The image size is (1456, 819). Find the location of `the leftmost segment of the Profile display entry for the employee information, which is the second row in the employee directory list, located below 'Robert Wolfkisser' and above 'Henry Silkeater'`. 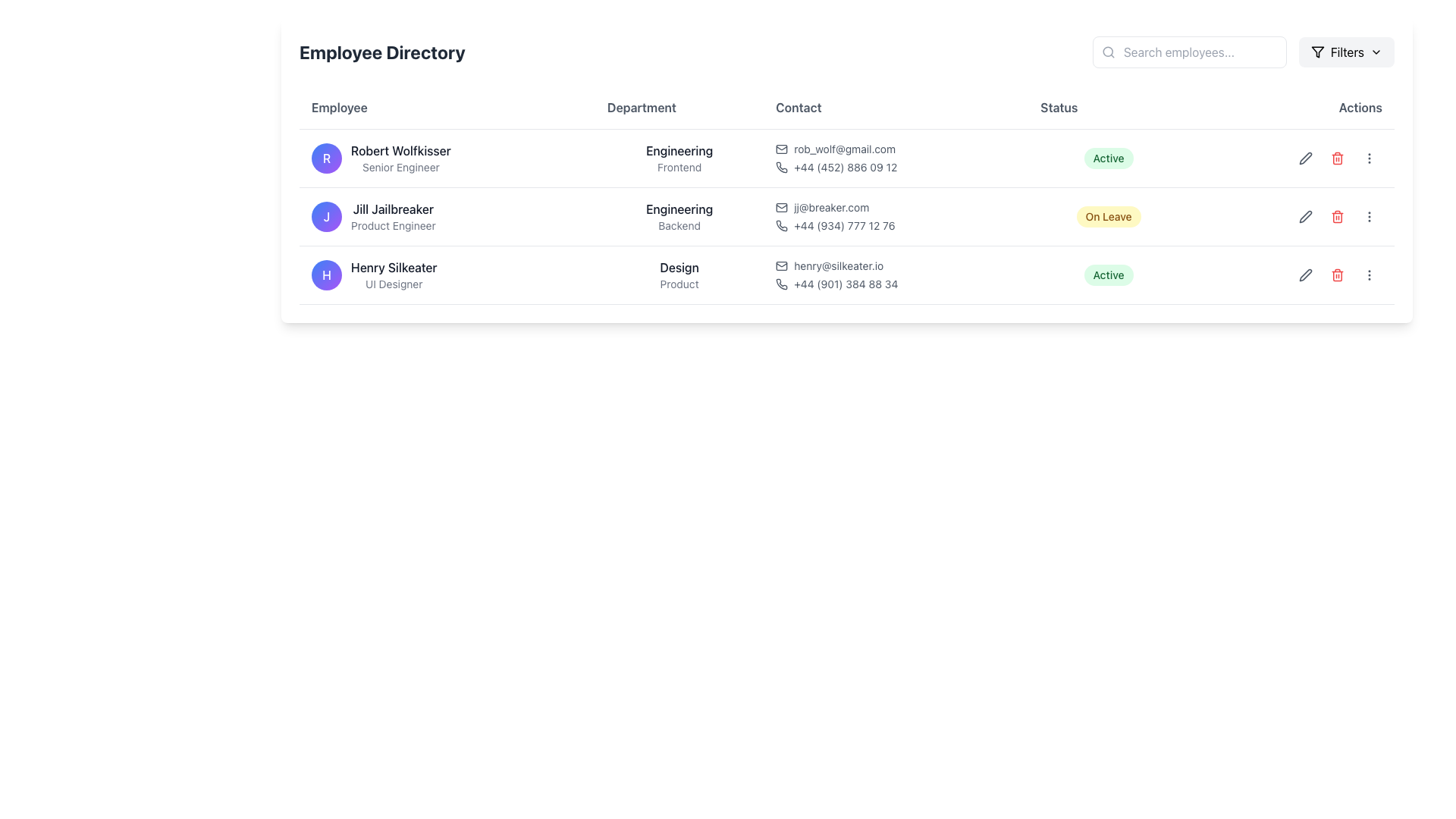

the leftmost segment of the Profile display entry for the employee information, which is the second row in the employee directory list, located below 'Robert Wolfkisser' and above 'Henry Silkeater' is located at coordinates (447, 216).